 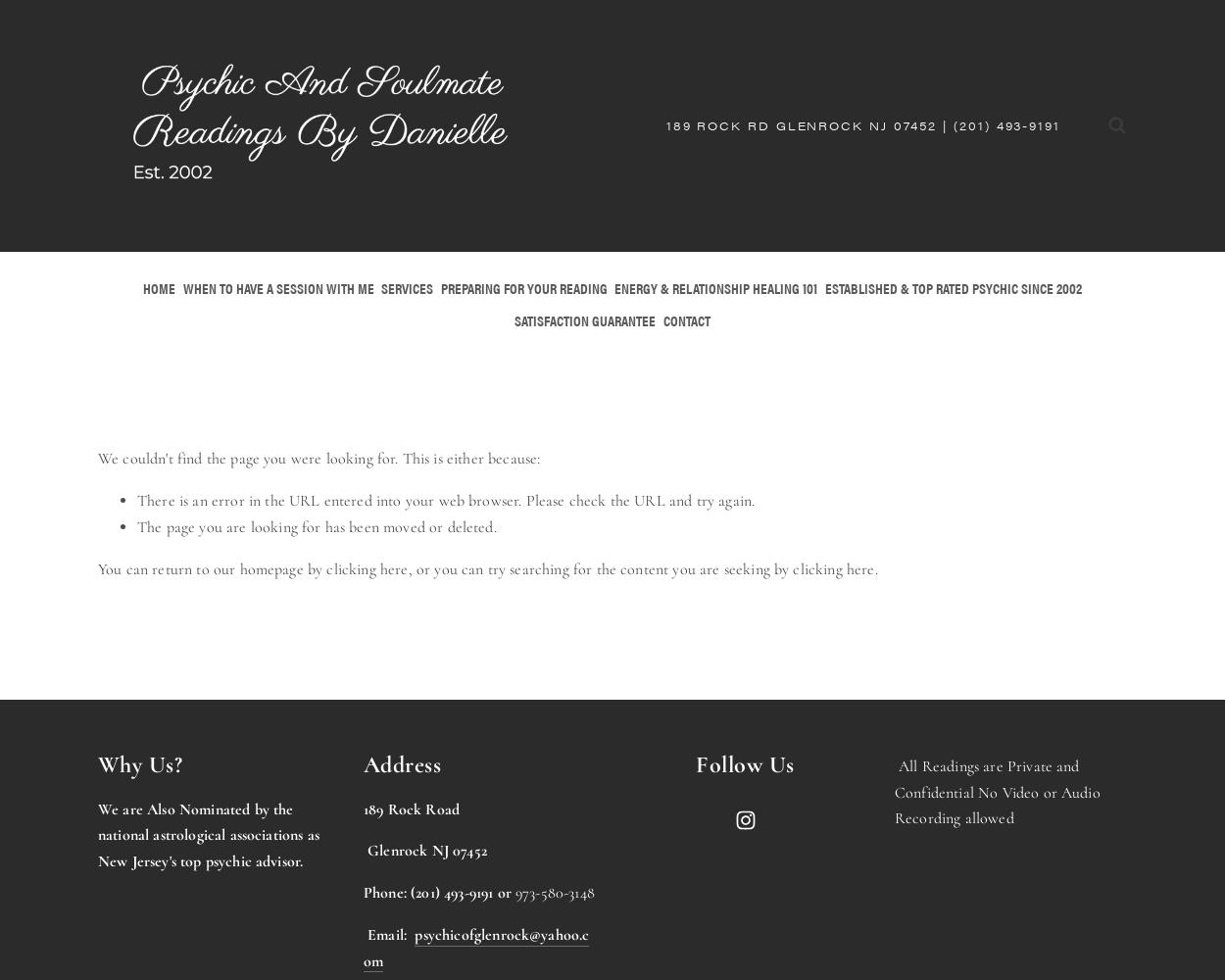 I want to click on 'We are Also Nominated by the national astrological associations as New Jersey's top psychic advisor.', so click(x=207, y=834).